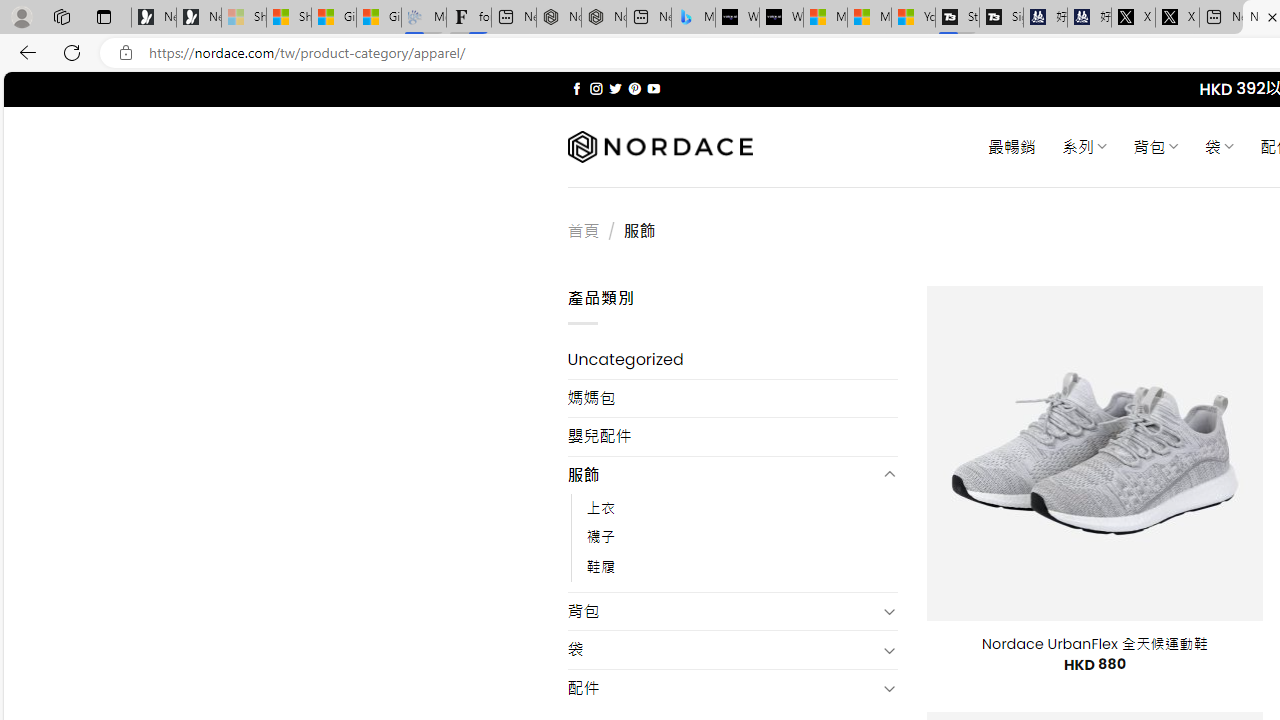 This screenshot has width=1280, height=720. What do you see at coordinates (825, 17) in the screenshot?
I see `'Microsoft Start Sports'` at bounding box center [825, 17].